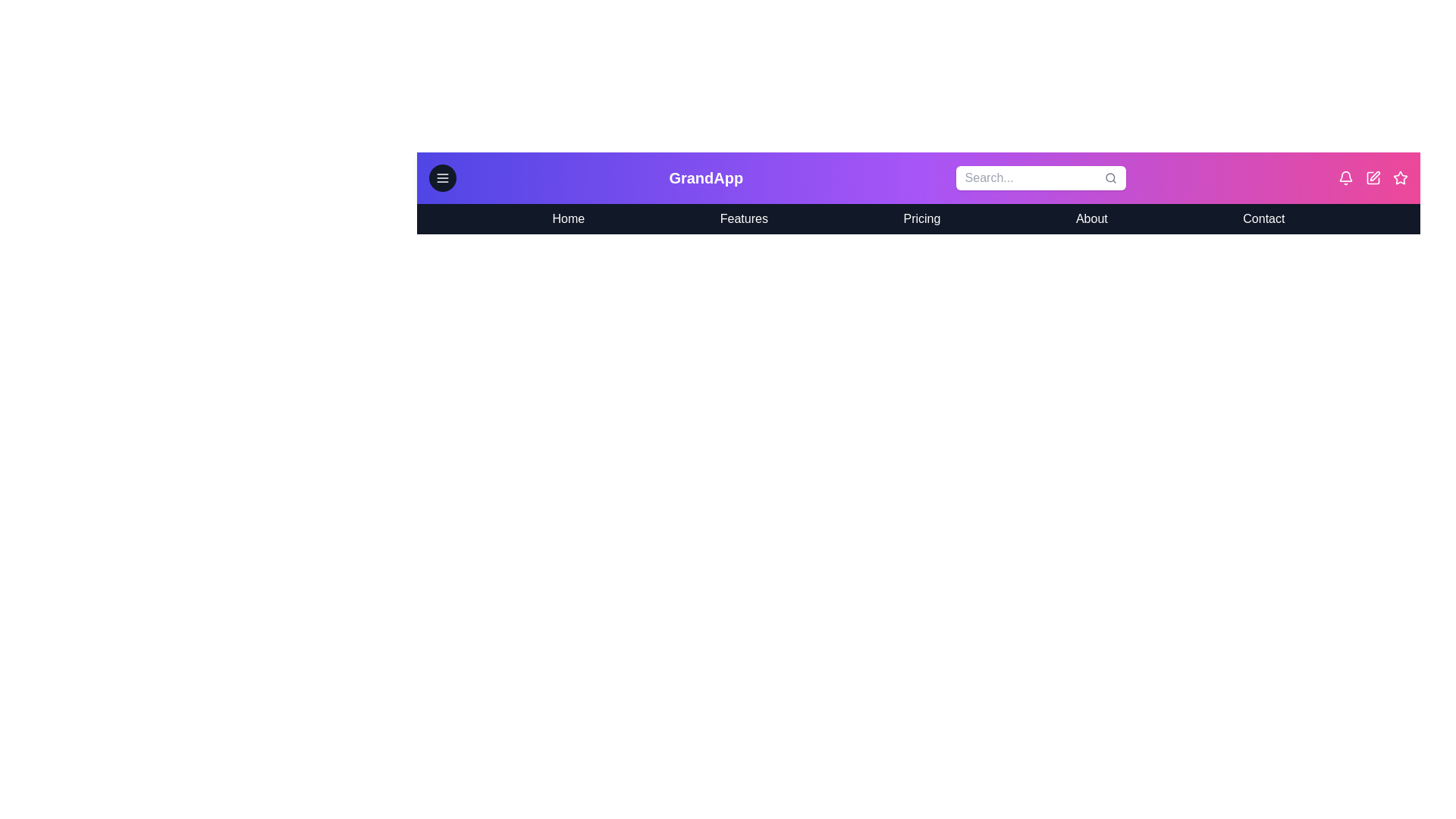  I want to click on notification bell icon, so click(1346, 177).